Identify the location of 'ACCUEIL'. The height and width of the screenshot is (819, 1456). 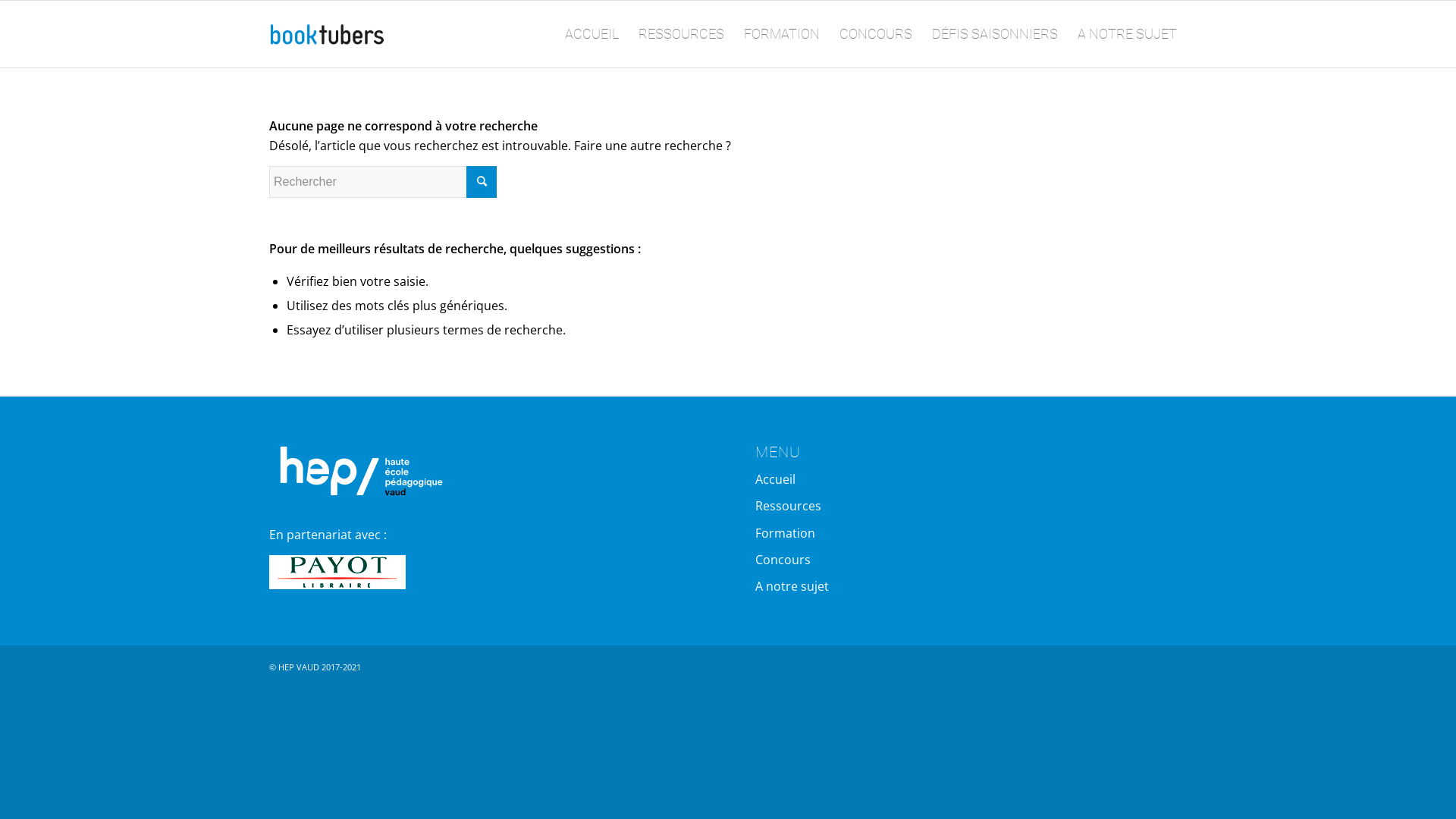
(591, 34).